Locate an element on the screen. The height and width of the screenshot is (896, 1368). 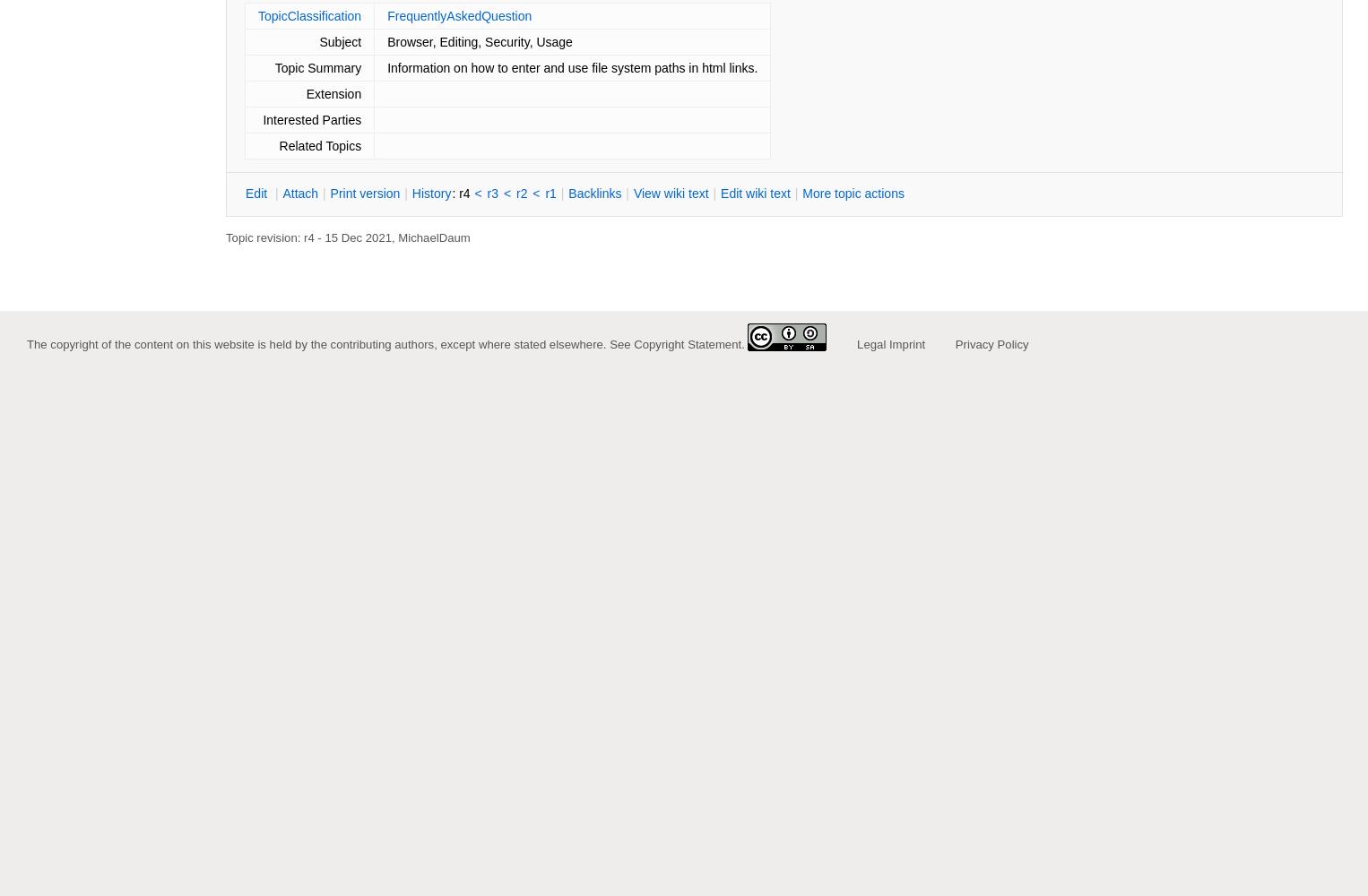
'w' is located at coordinates (750, 193).